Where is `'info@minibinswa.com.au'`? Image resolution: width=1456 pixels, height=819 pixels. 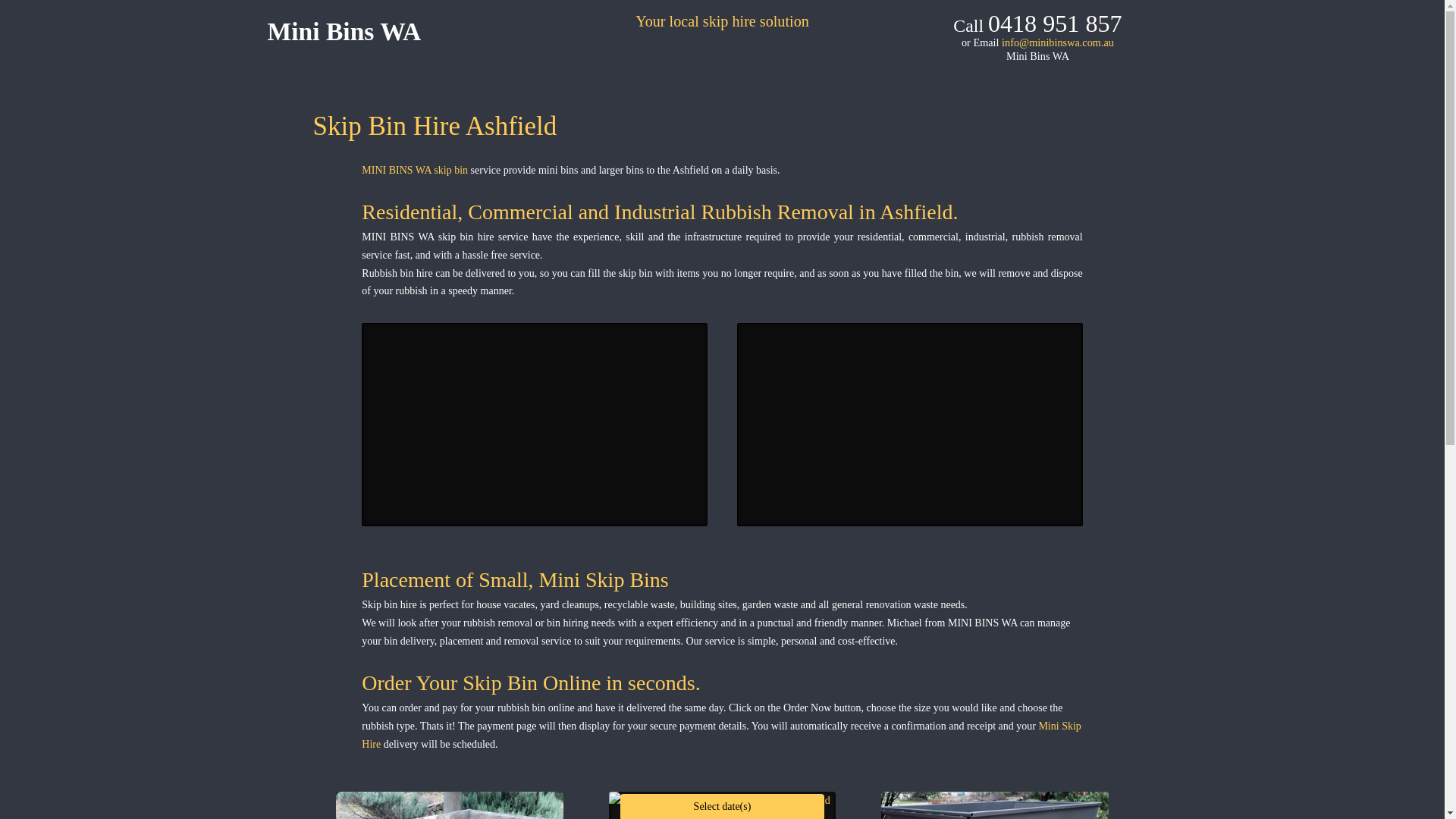 'info@minibinswa.com.au' is located at coordinates (1057, 42).